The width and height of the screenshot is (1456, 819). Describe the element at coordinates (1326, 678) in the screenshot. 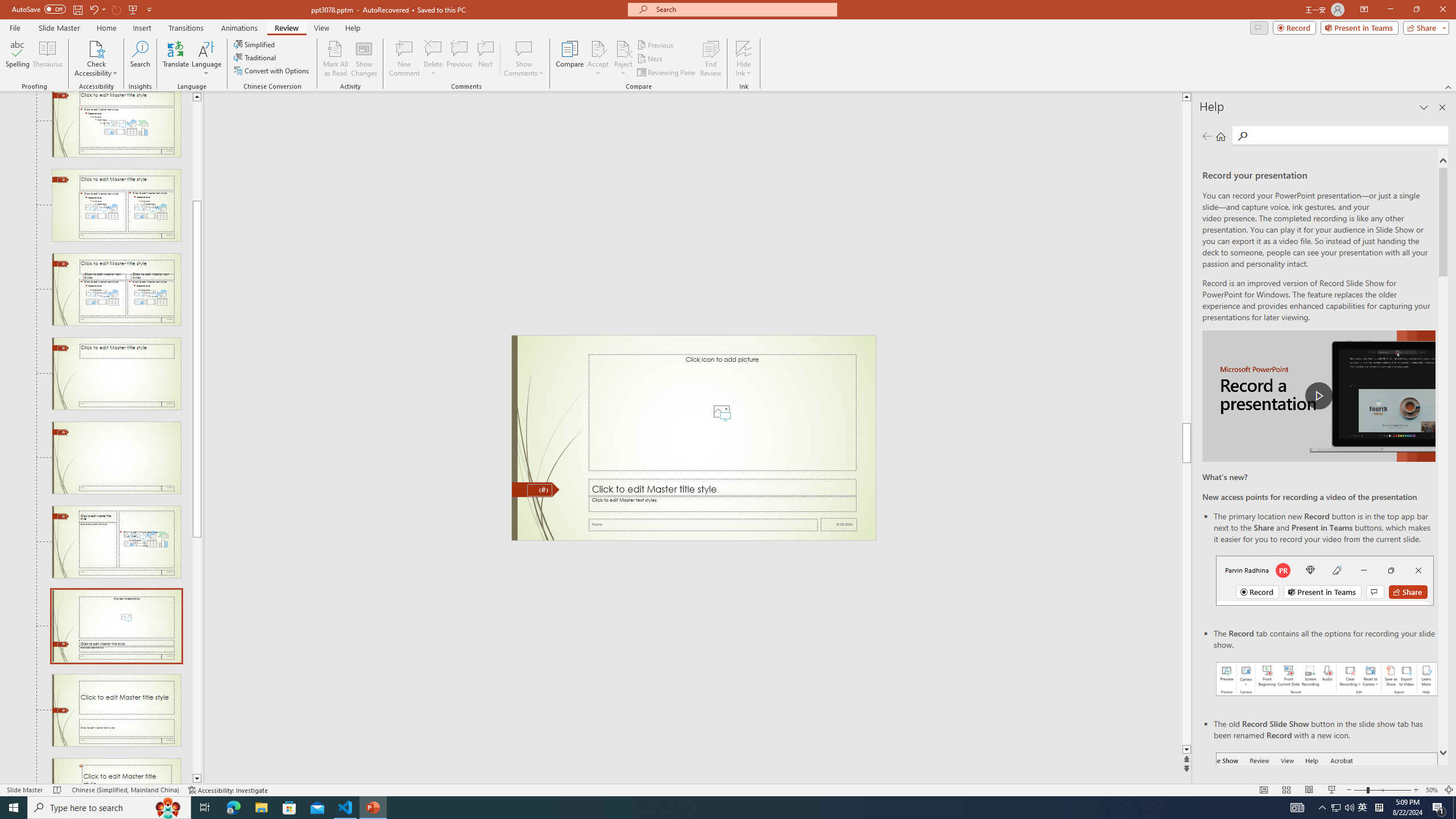

I see `'Record your presentations screenshot one'` at that location.